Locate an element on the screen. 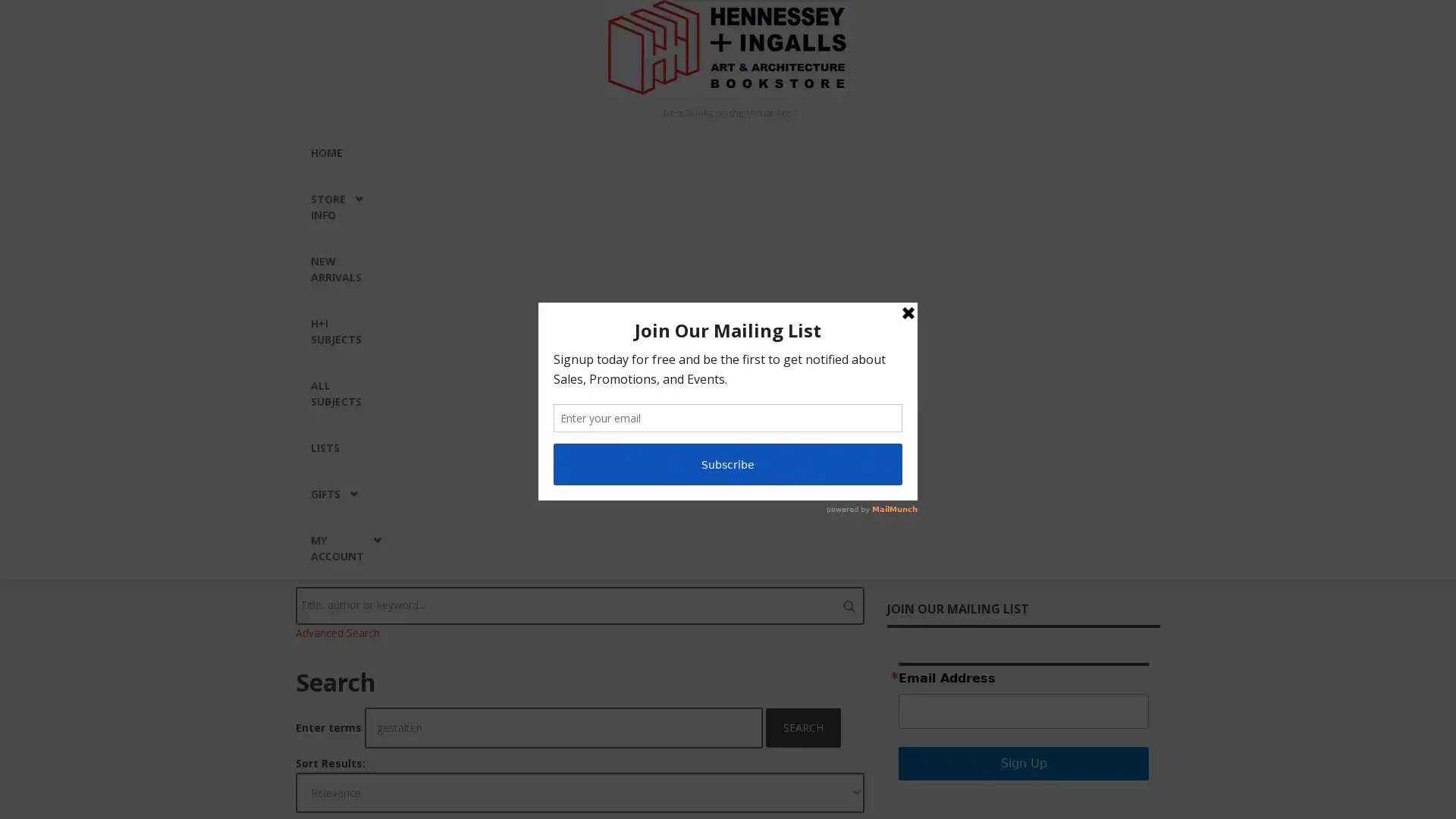 This screenshot has height=819, width=1456. search is located at coordinates (848, 604).